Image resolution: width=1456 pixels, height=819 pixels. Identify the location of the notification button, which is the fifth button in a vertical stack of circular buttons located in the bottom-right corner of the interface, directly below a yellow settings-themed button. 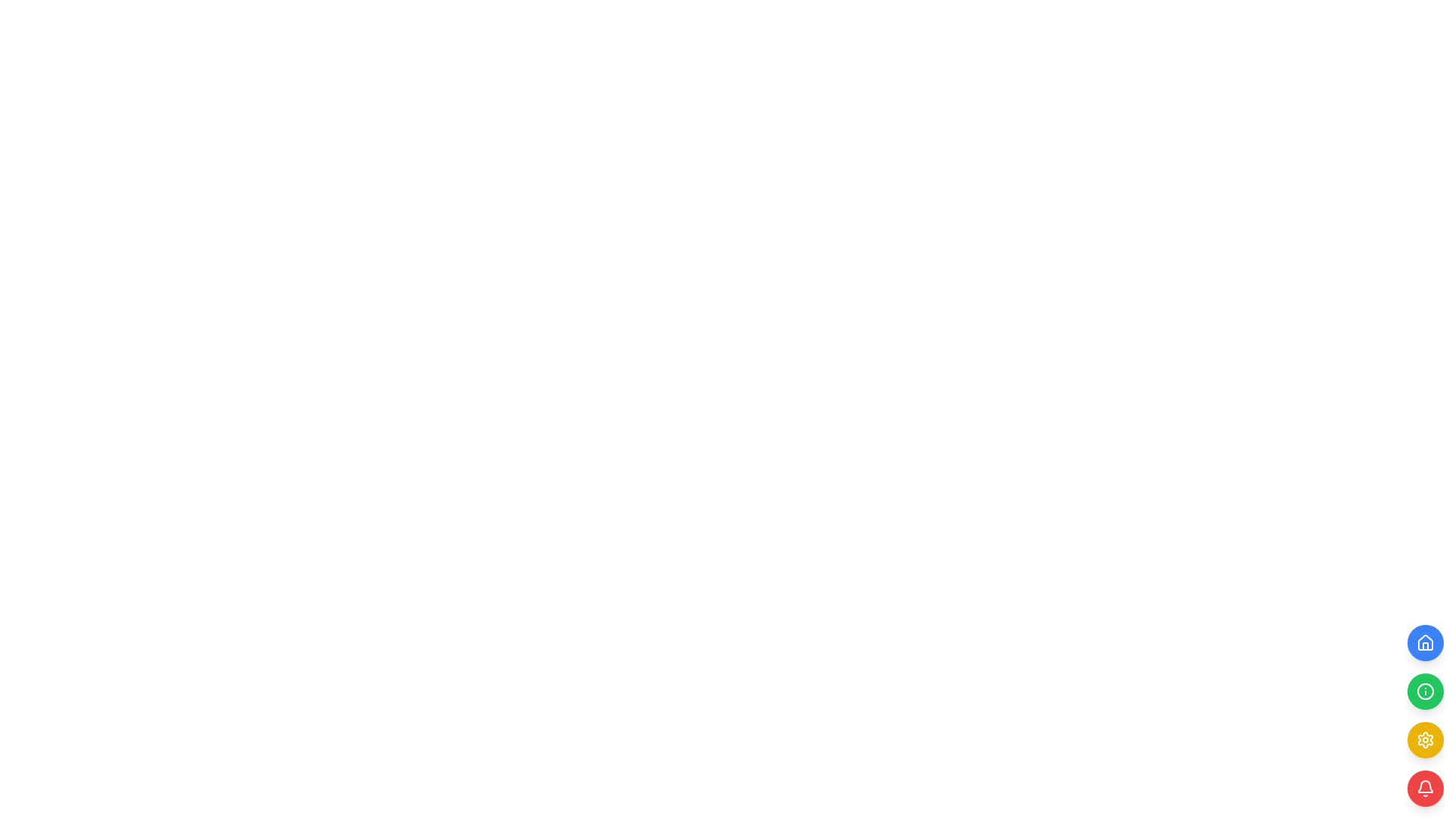
(1425, 788).